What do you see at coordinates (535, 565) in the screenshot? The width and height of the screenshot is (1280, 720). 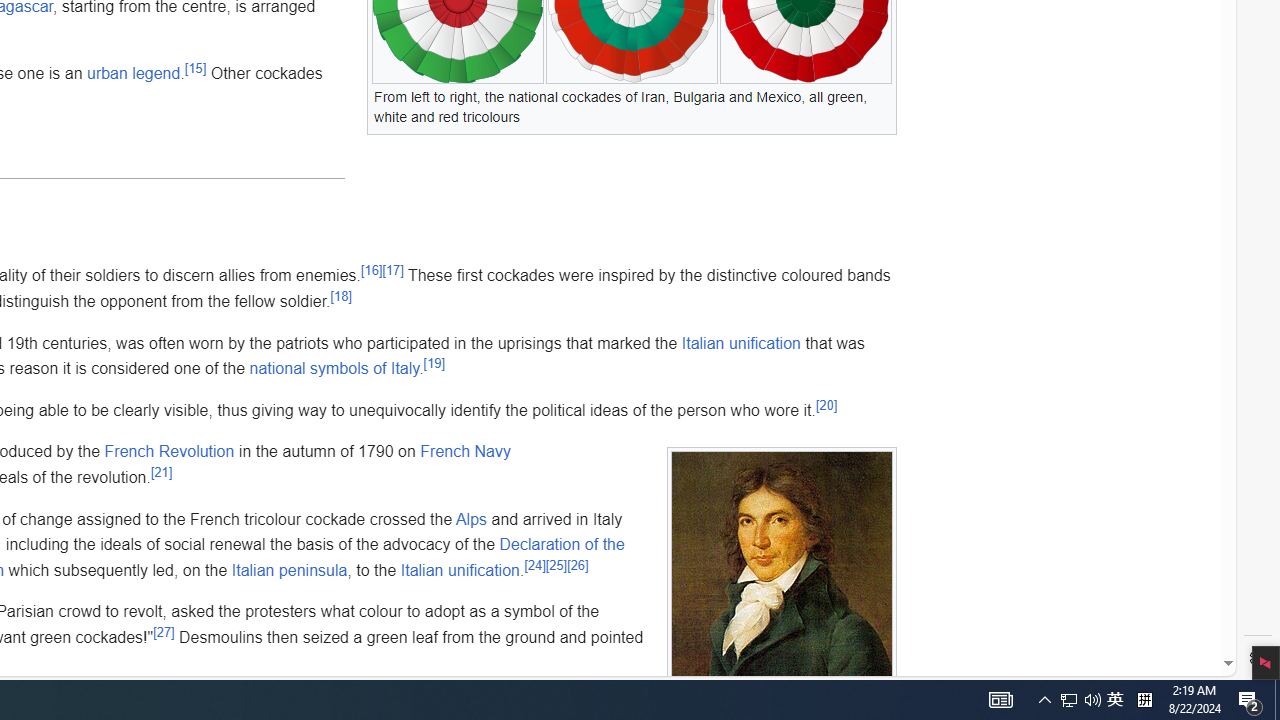 I see `'[24]'` at bounding box center [535, 565].